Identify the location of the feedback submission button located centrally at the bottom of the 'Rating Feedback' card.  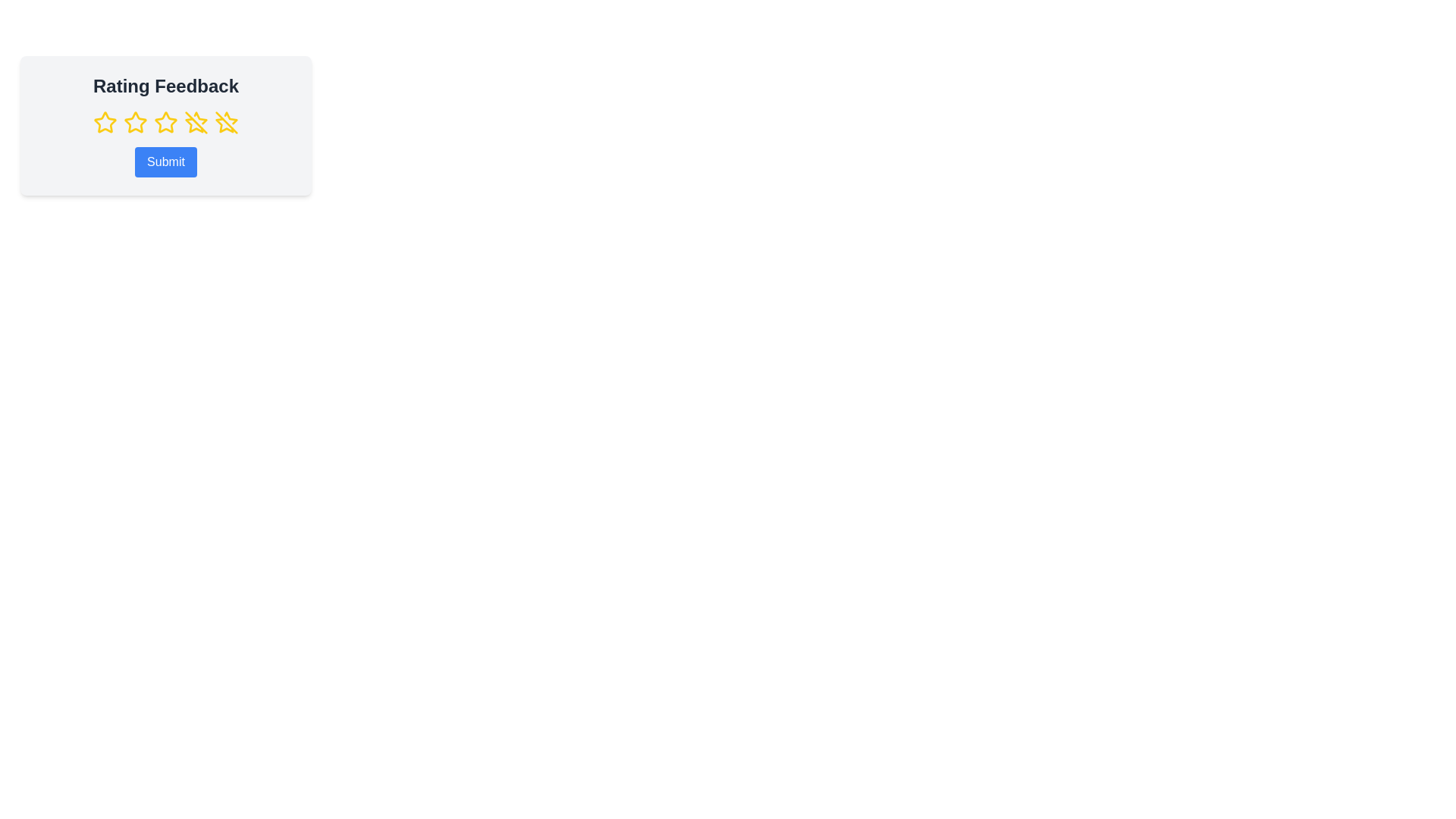
(166, 162).